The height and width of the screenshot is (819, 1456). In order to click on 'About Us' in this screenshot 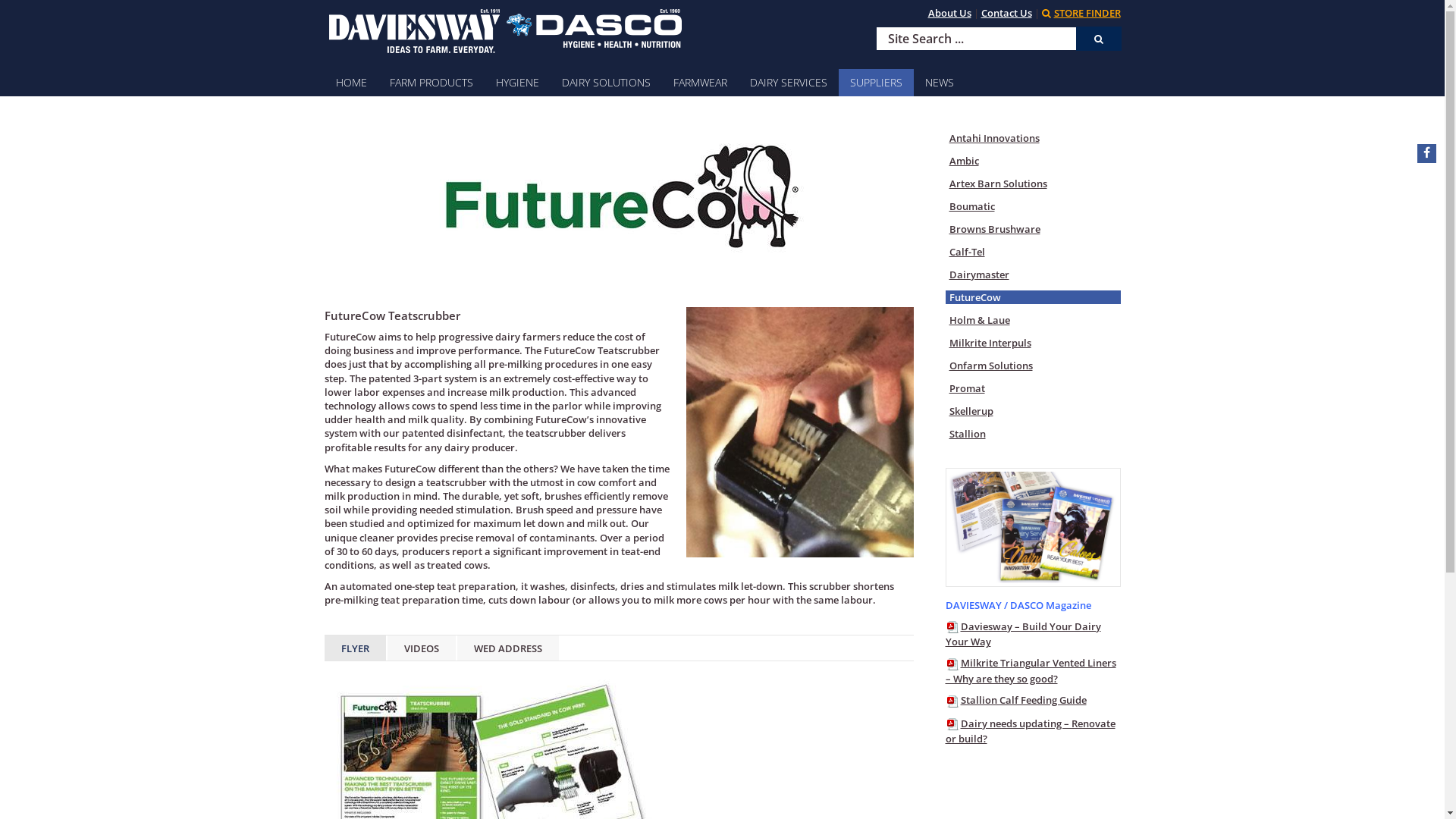, I will do `click(949, 12)`.